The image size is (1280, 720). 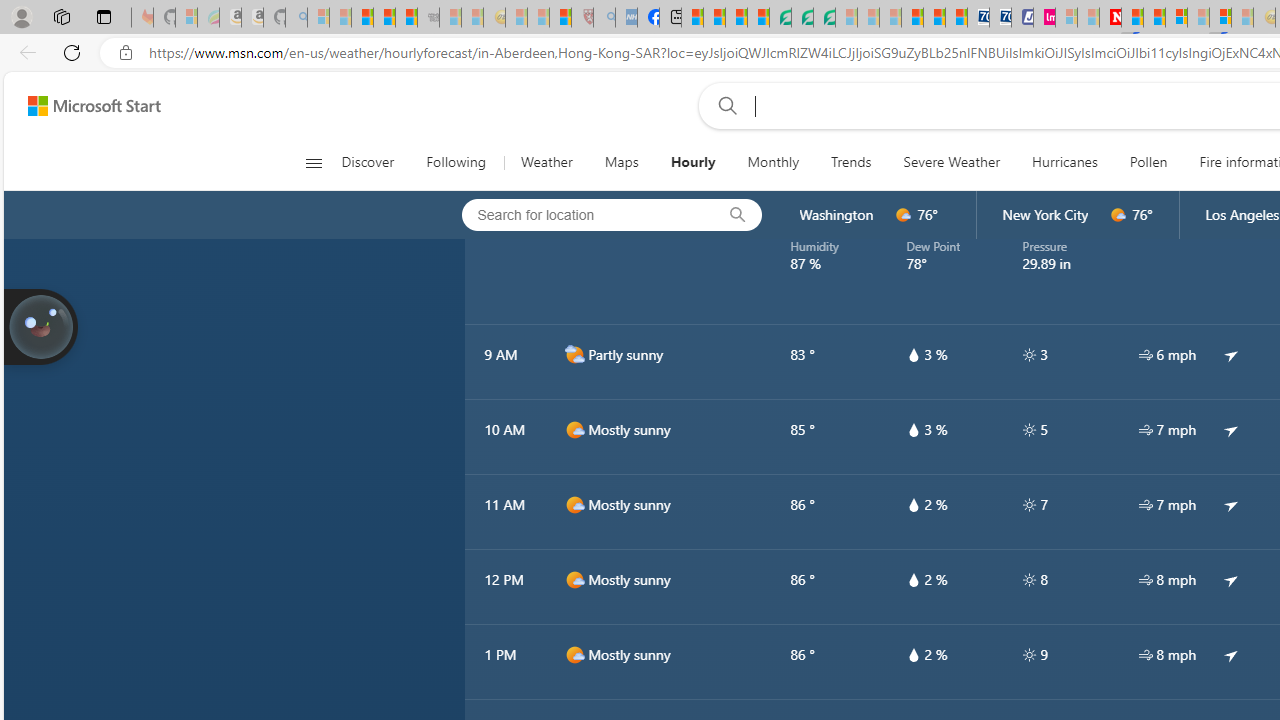 What do you see at coordinates (560, 17) in the screenshot?
I see `'Local - MSN'` at bounding box center [560, 17].